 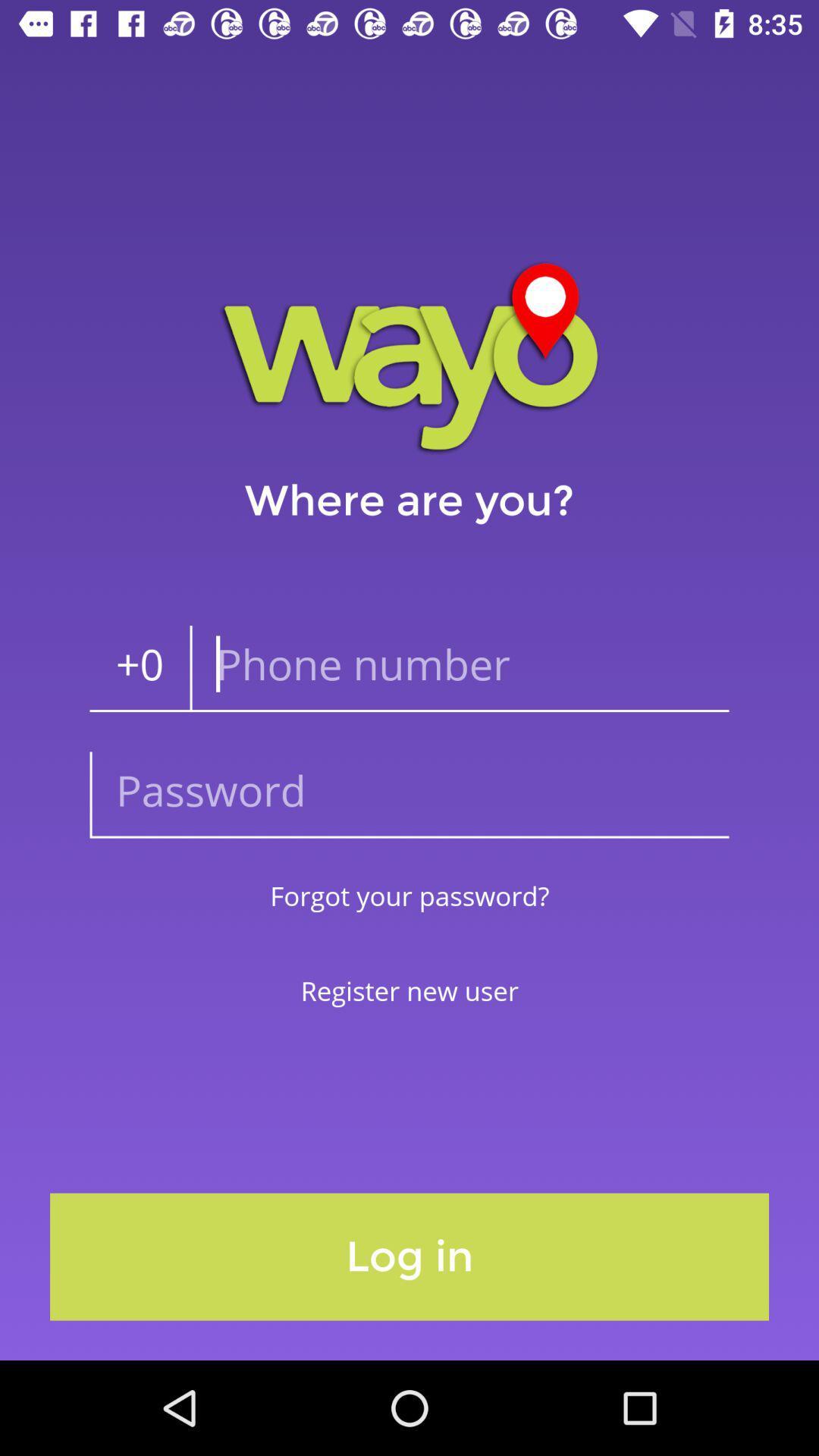 What do you see at coordinates (458, 668) in the screenshot?
I see `icon next to +0 icon` at bounding box center [458, 668].